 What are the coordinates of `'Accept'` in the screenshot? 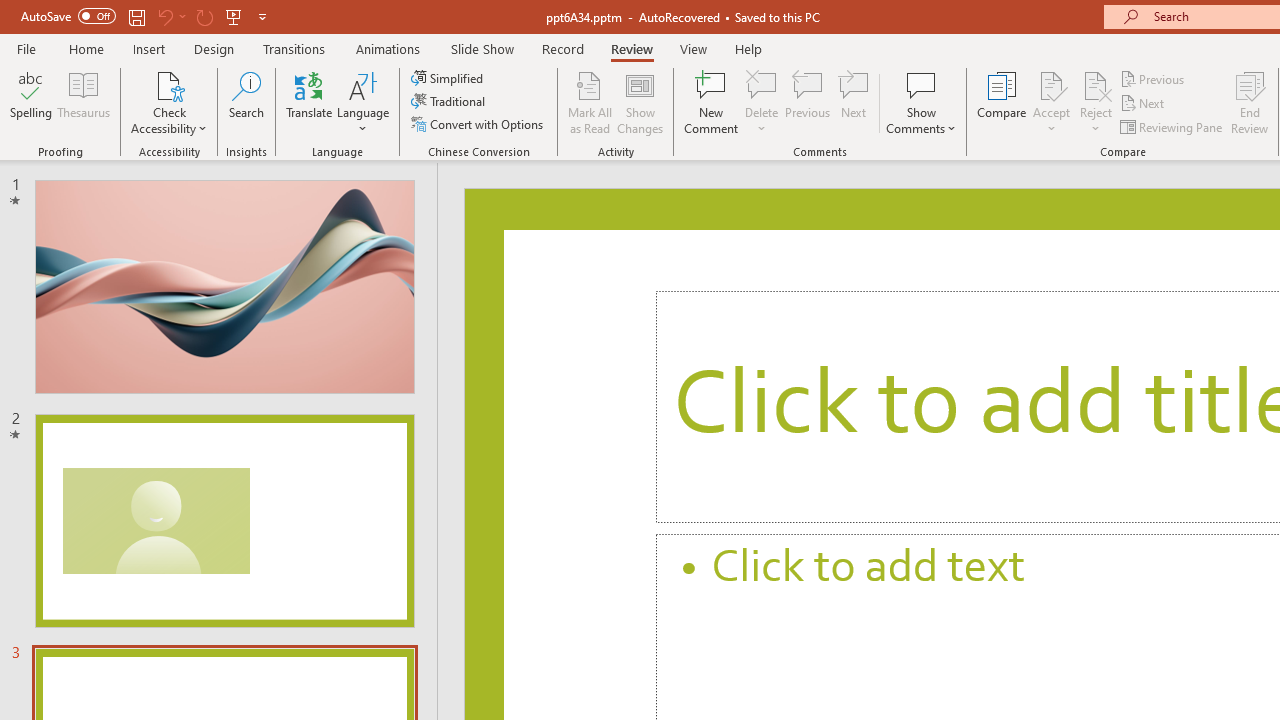 It's located at (1050, 103).